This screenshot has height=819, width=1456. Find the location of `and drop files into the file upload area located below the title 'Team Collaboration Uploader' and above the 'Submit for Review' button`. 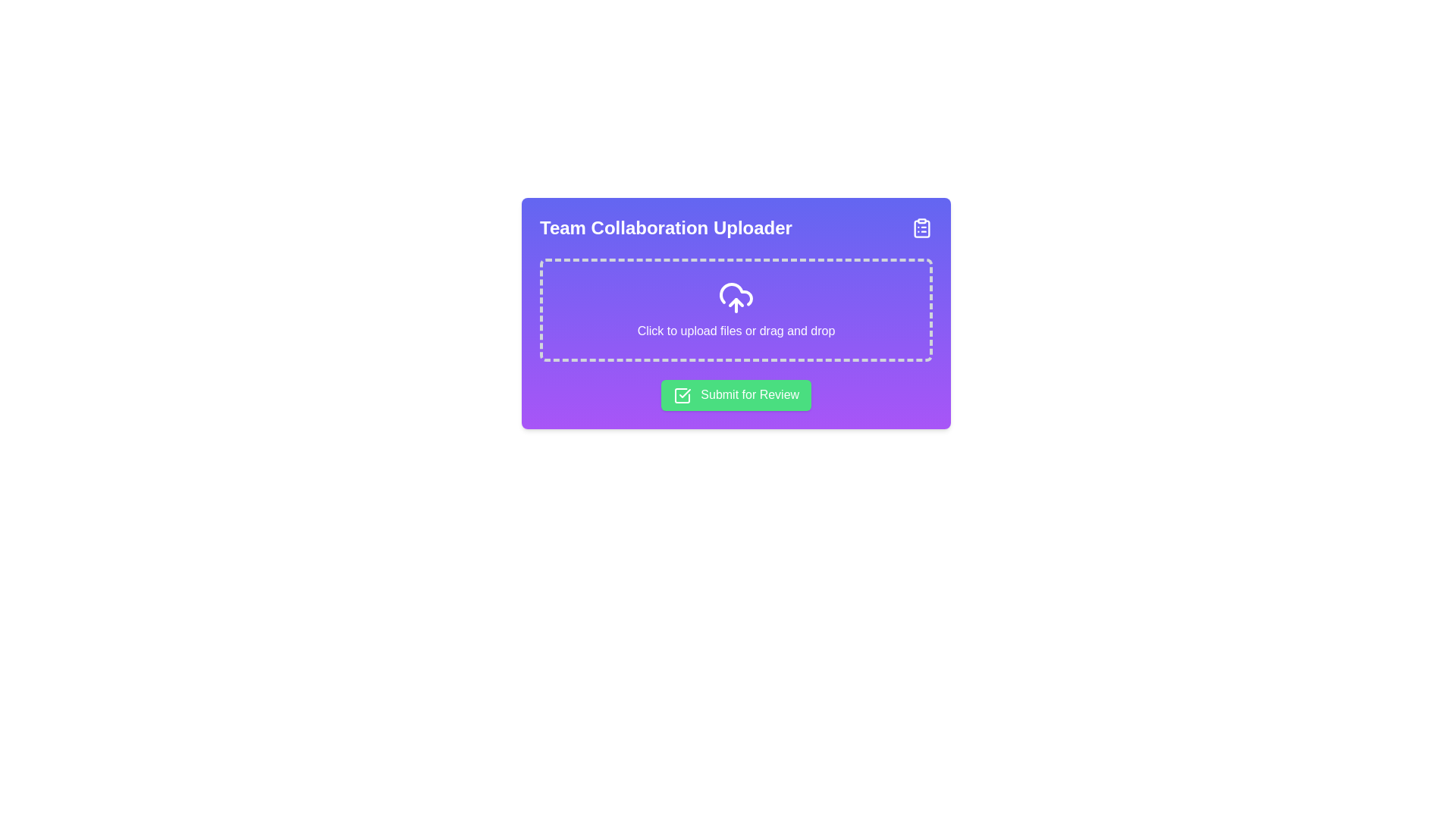

and drop files into the file upload area located below the title 'Team Collaboration Uploader' and above the 'Submit for Review' button is located at coordinates (736, 309).